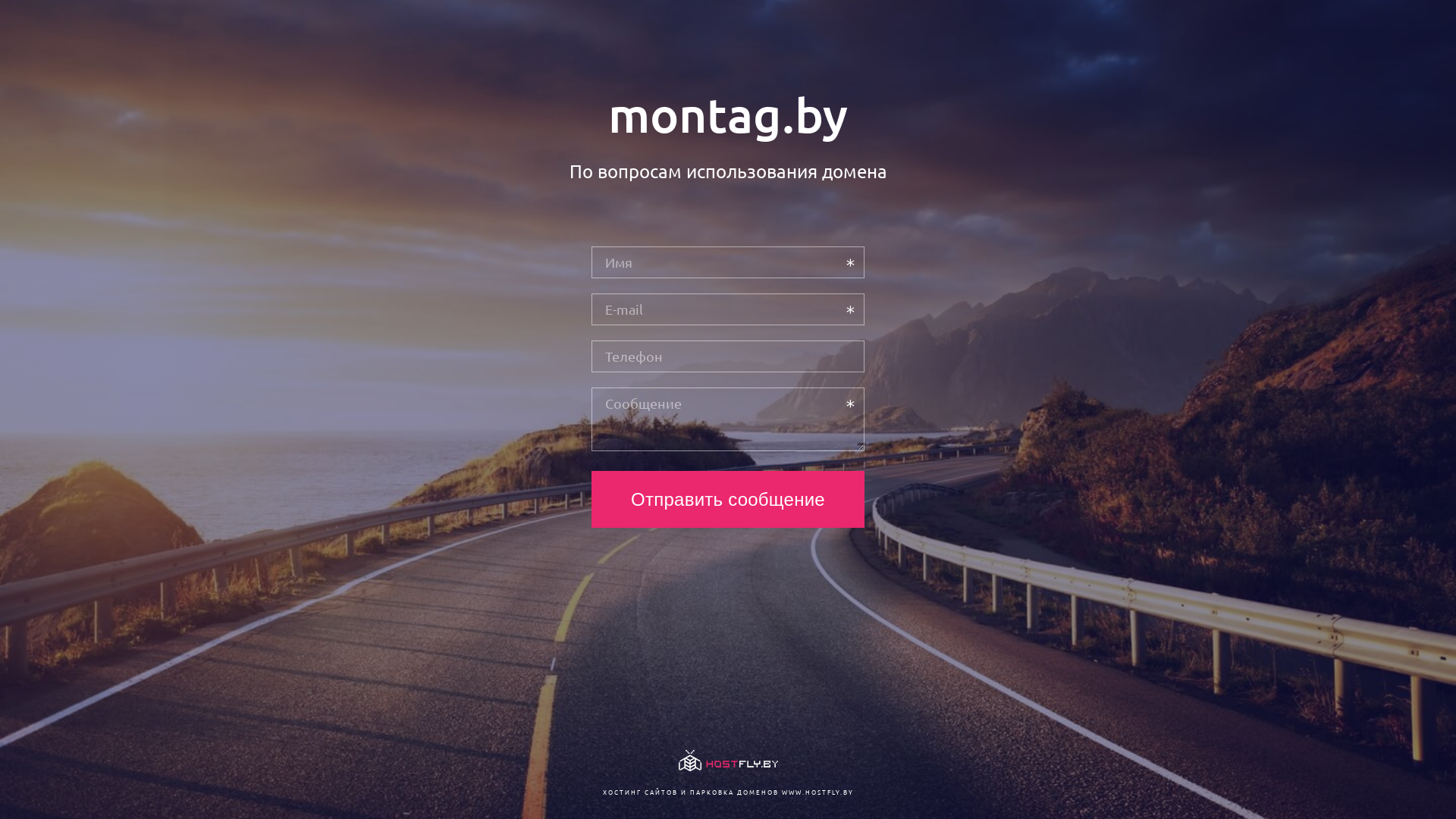 Image resolution: width=1456 pixels, height=819 pixels. I want to click on 'WWW.HOSTFLY.BY', so click(816, 791).